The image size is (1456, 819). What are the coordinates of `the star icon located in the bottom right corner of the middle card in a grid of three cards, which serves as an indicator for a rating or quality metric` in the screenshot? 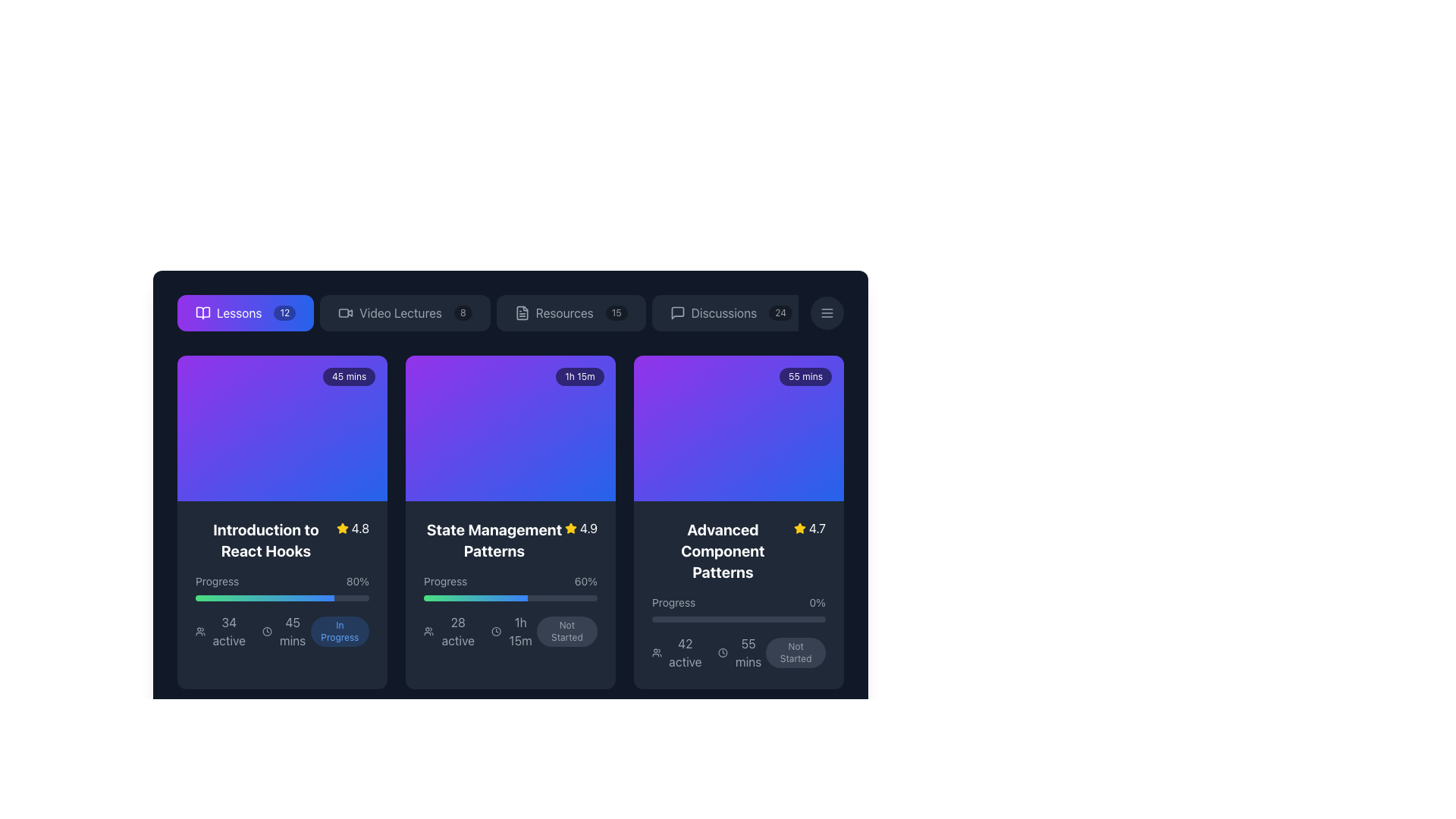 It's located at (799, 527).